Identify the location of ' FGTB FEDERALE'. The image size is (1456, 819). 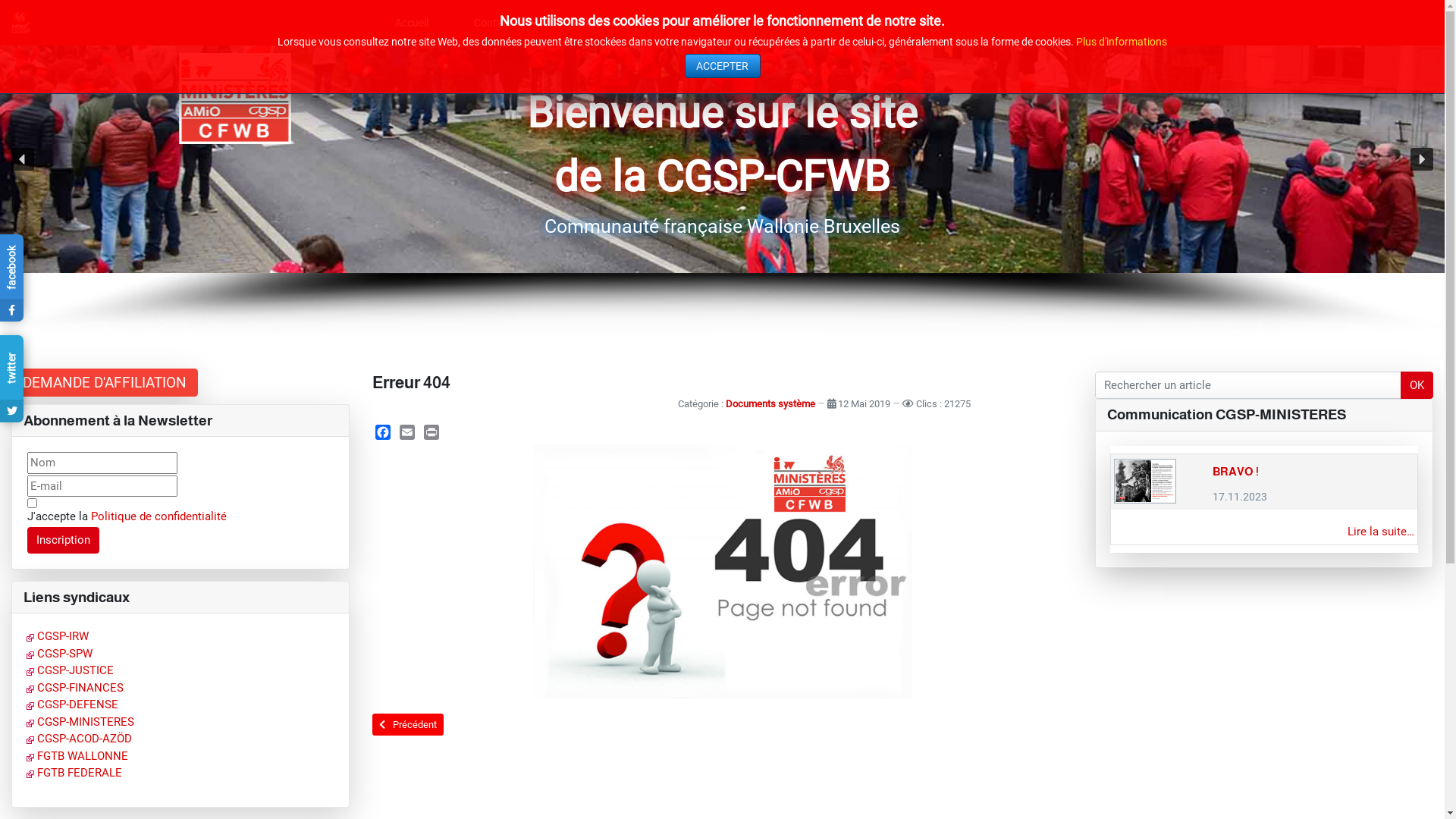
(26, 772).